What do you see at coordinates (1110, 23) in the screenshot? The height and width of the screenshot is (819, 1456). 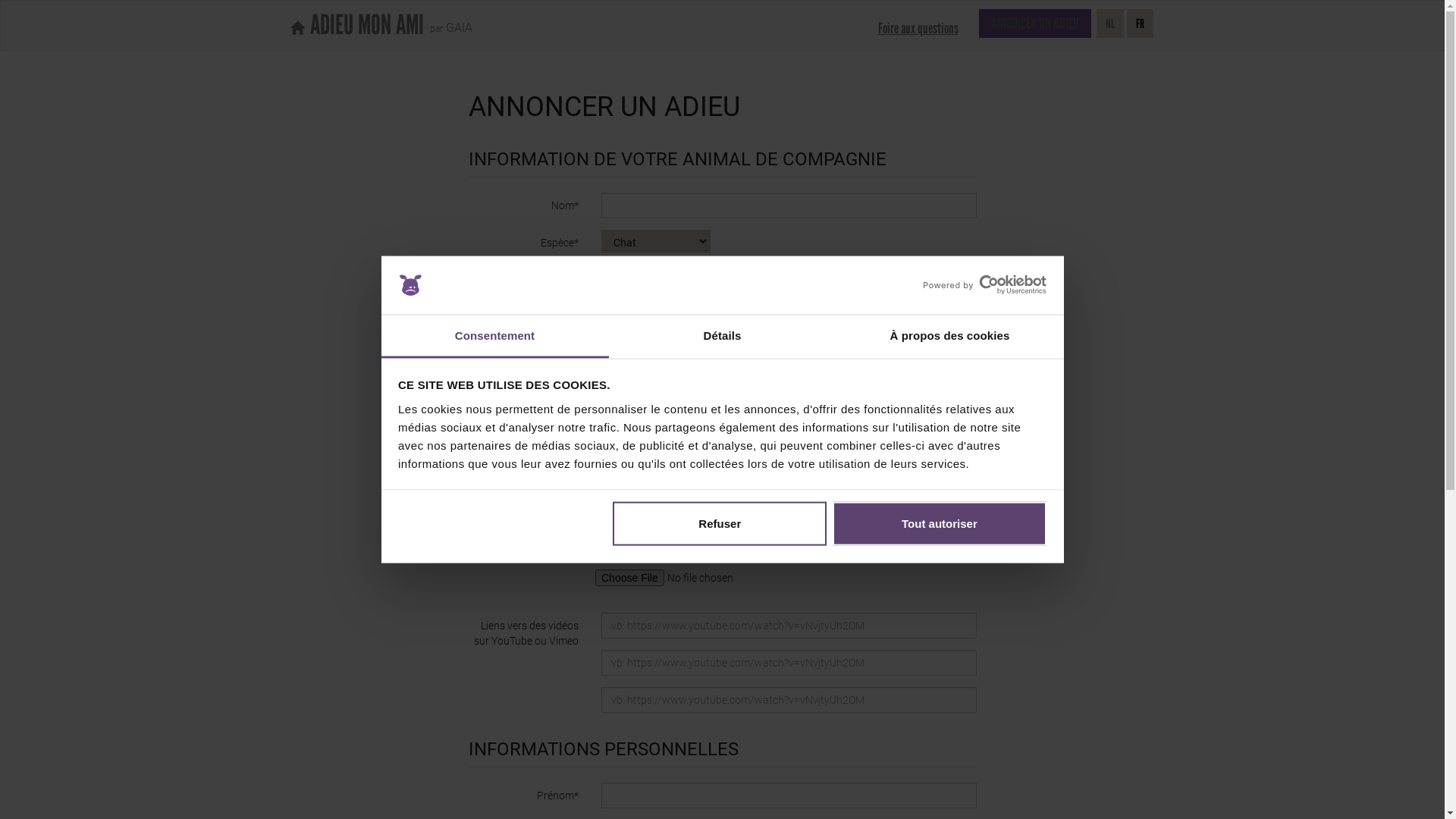 I see `'NL'` at bounding box center [1110, 23].